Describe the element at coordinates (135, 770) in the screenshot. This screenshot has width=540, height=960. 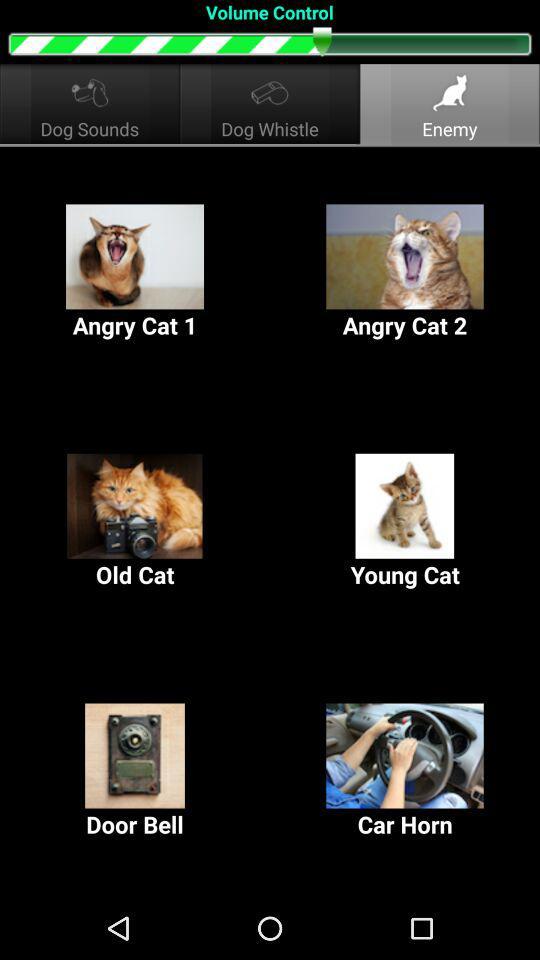
I see `door bell at the bottom left corner` at that location.